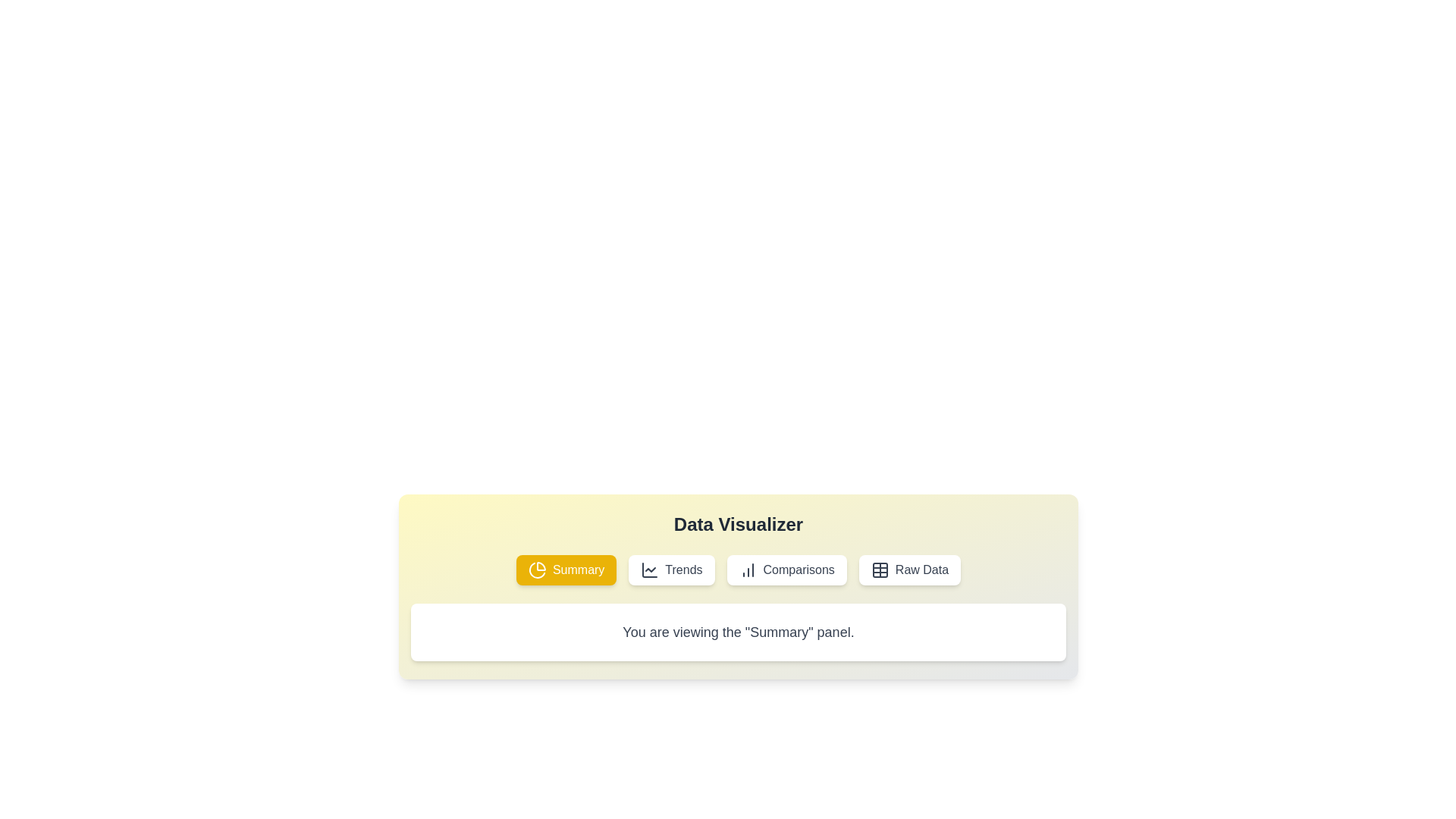 The image size is (1456, 819). I want to click on the non-interactive text display box that shows the message 'You are viewing the "Summary" panel.', so click(739, 632).